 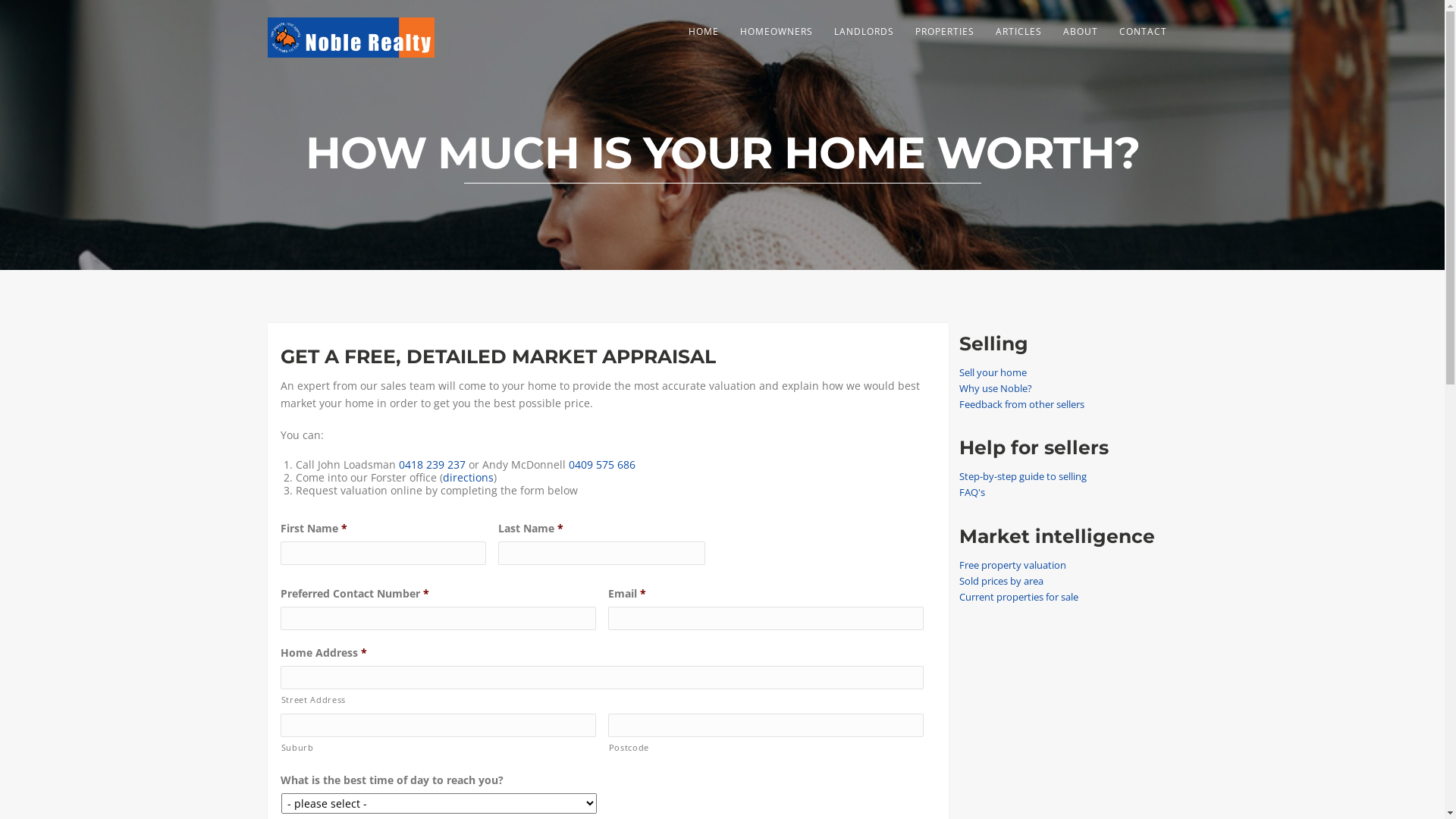 What do you see at coordinates (601, 463) in the screenshot?
I see `'0409 575 686'` at bounding box center [601, 463].